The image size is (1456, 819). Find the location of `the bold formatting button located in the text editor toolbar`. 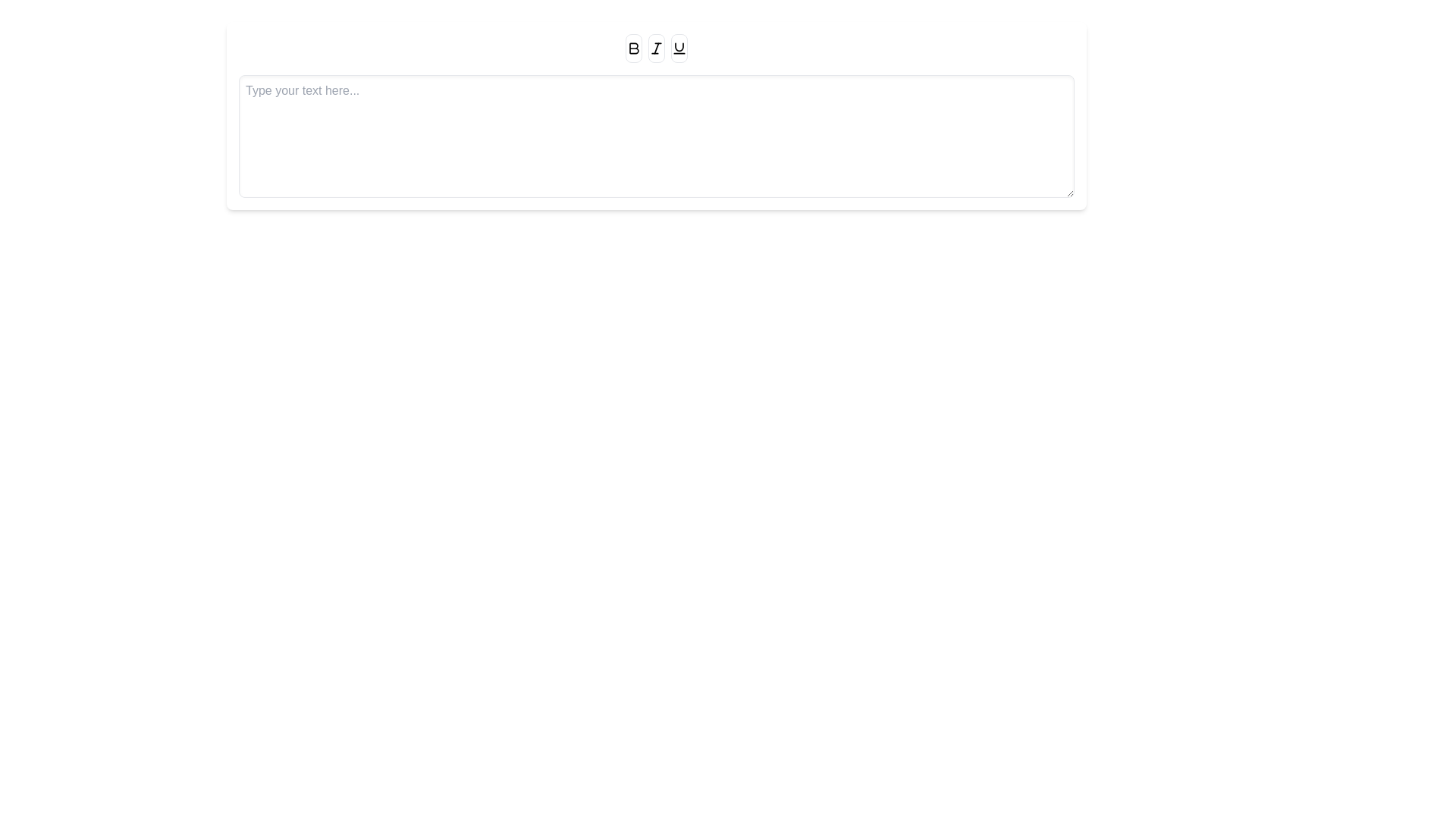

the bold formatting button located in the text editor toolbar is located at coordinates (633, 48).